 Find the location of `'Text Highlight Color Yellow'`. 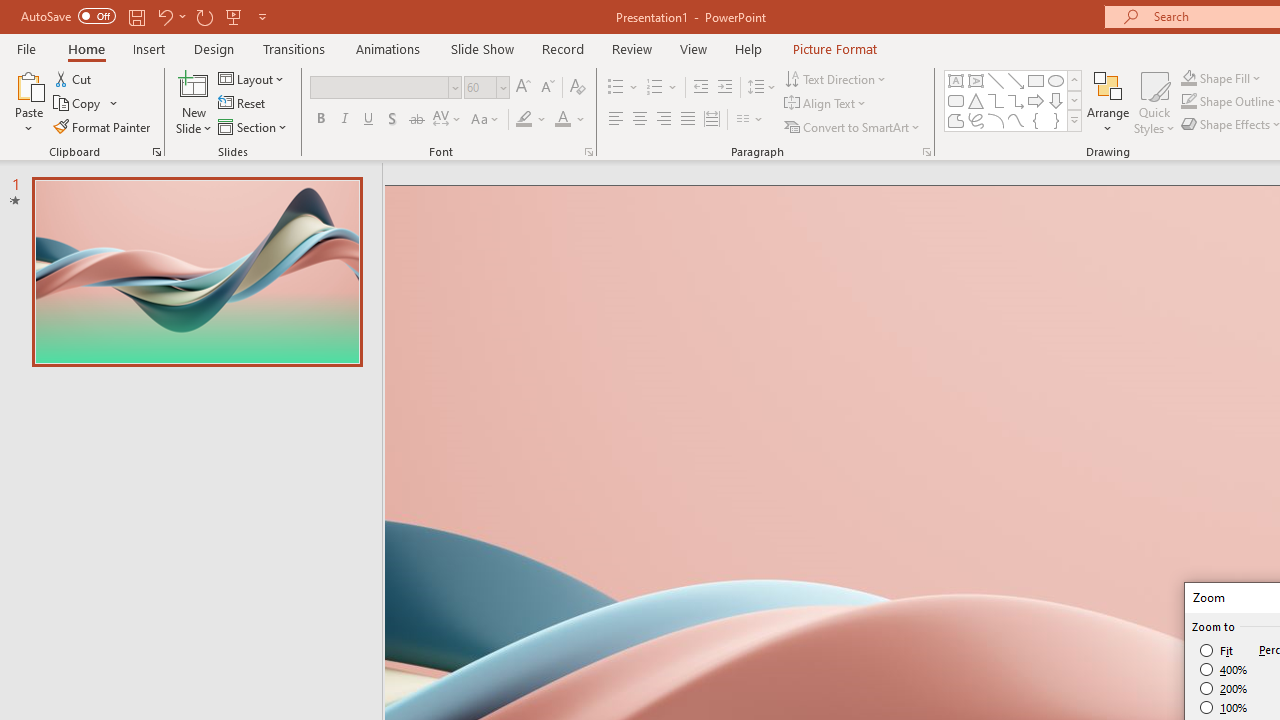

'Text Highlight Color Yellow' is located at coordinates (524, 119).